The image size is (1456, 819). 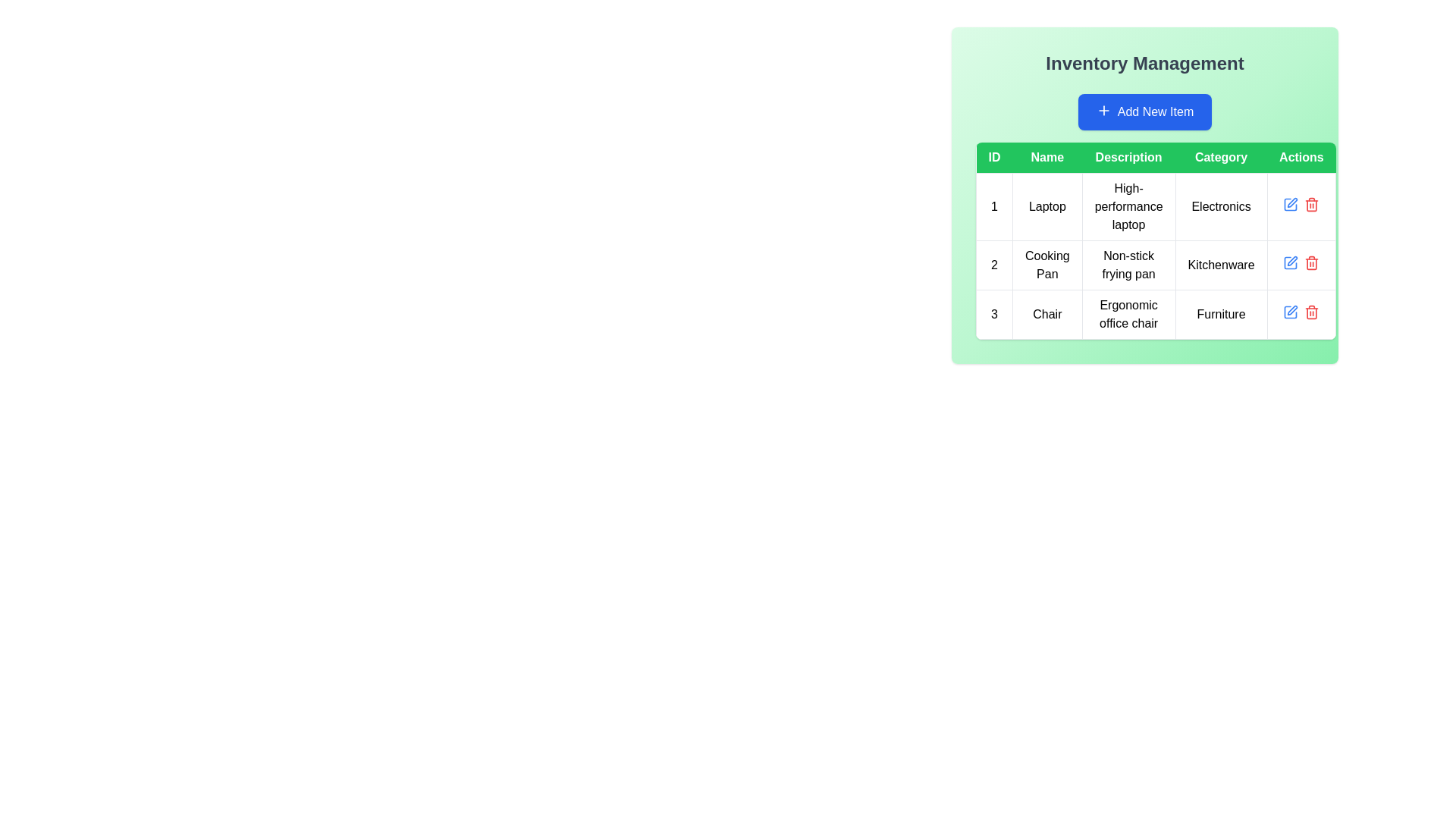 I want to click on the third row of the table under 'Inventory Management' which contains the item 'Chair', so click(x=1154, y=314).